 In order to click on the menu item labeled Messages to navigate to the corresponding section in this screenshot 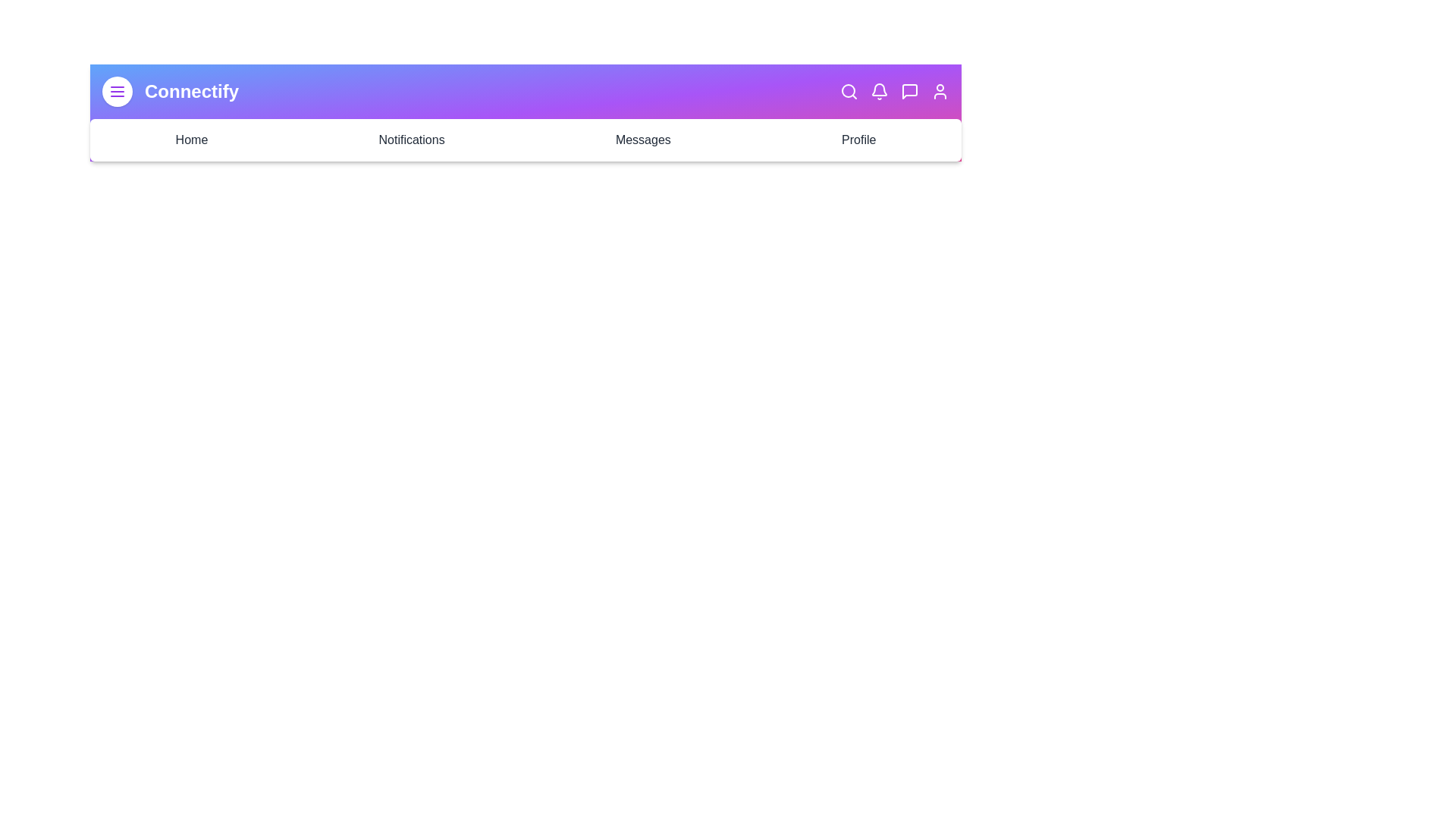, I will do `click(643, 140)`.